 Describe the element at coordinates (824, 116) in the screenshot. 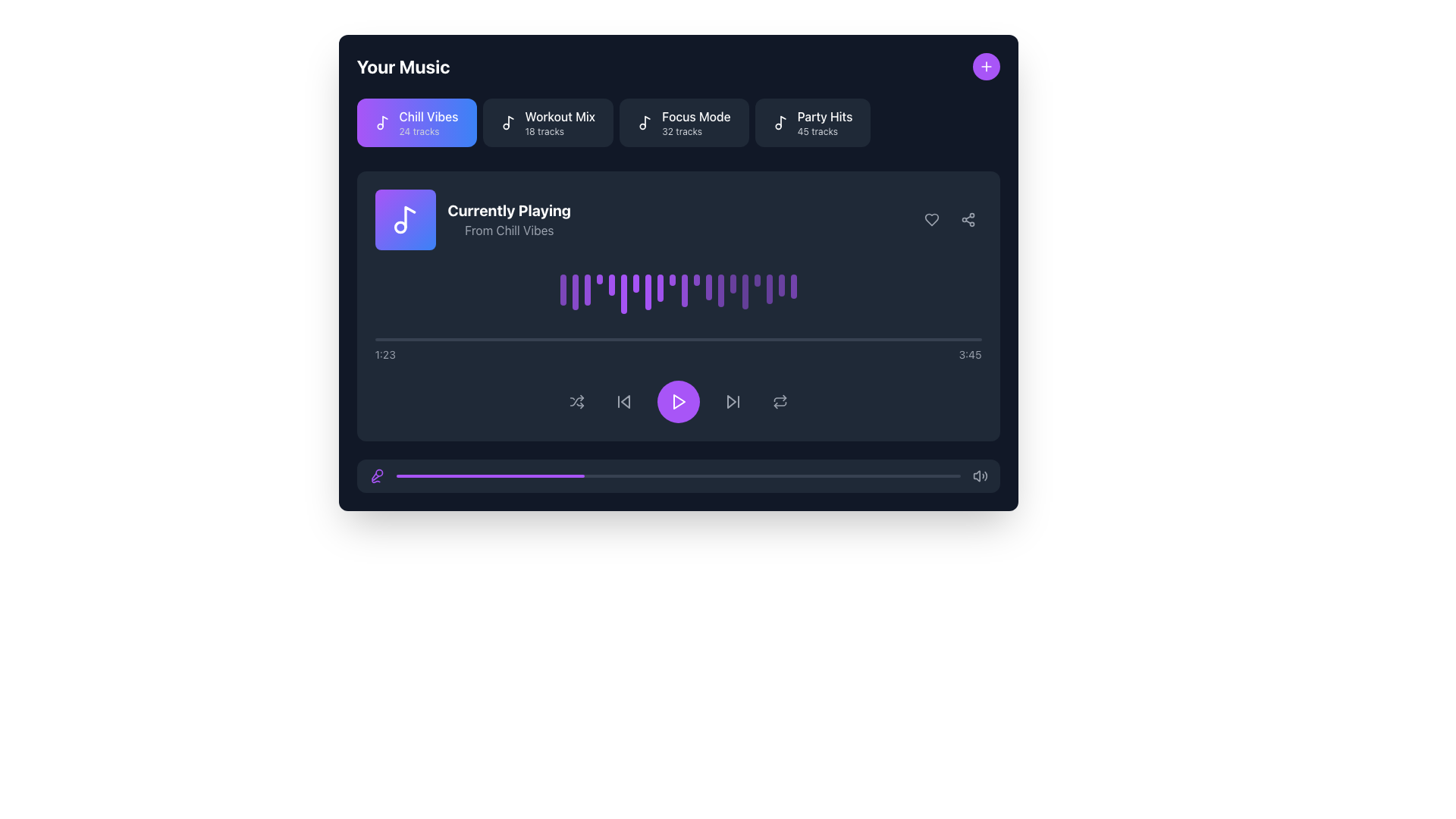

I see `the 'Party Hits' text label` at that location.